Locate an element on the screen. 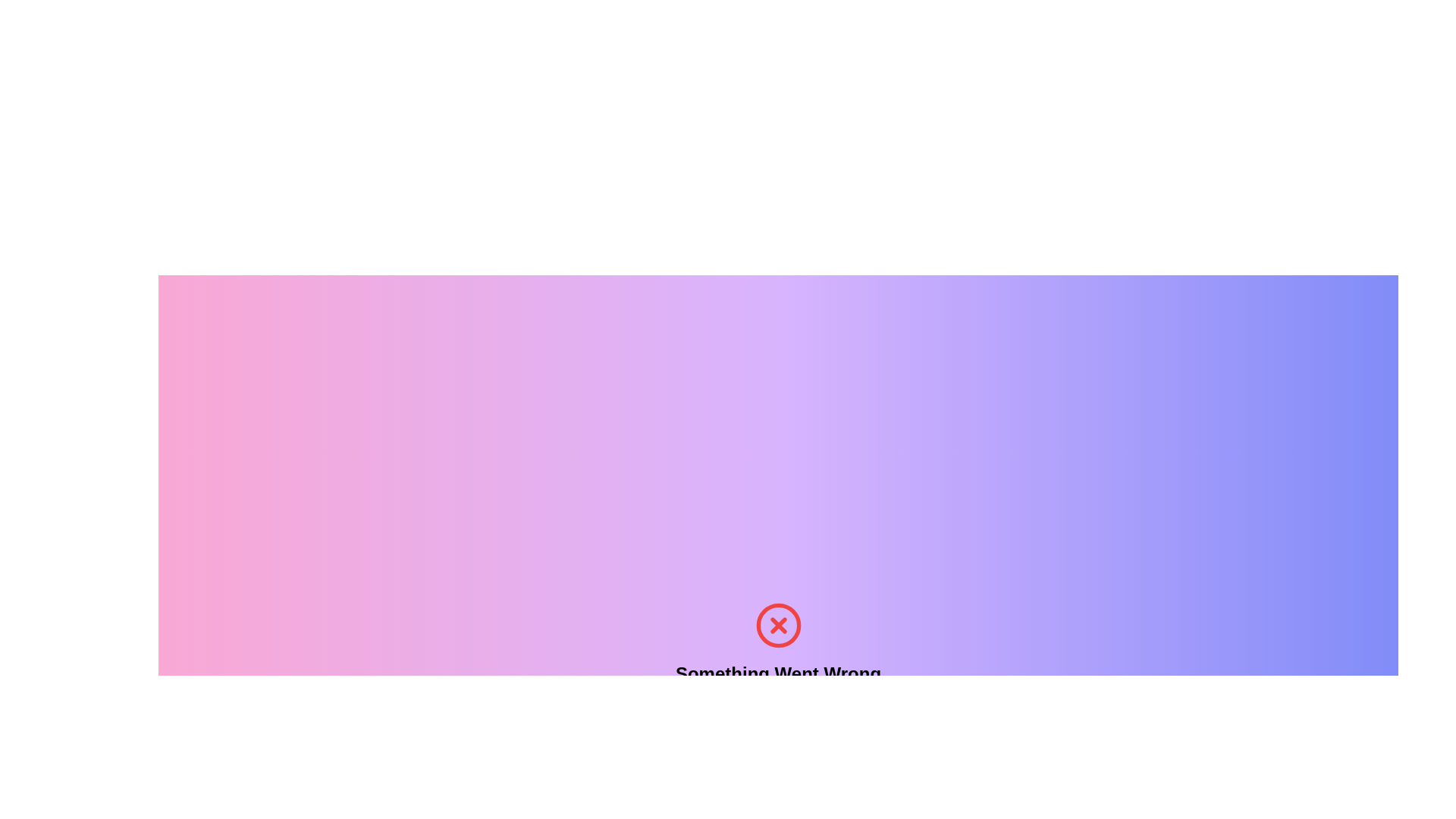  the error icon, which is a vector graphic indicating a problem, located above the 'Something Went Wrong' text in a circular component is located at coordinates (778, 626).